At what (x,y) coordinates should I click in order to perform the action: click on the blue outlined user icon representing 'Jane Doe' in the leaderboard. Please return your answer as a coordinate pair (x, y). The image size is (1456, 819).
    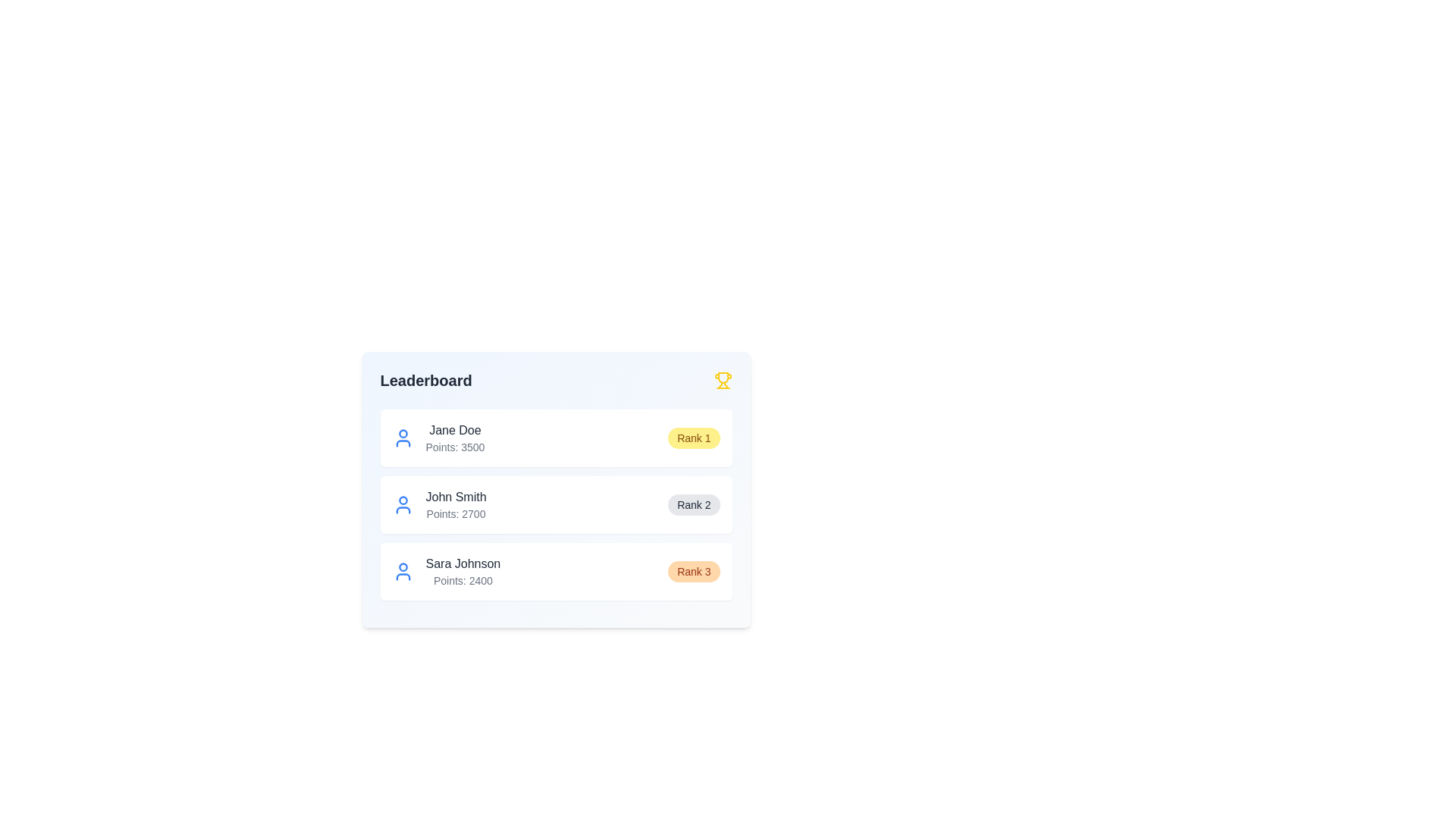
    Looking at the image, I should click on (403, 438).